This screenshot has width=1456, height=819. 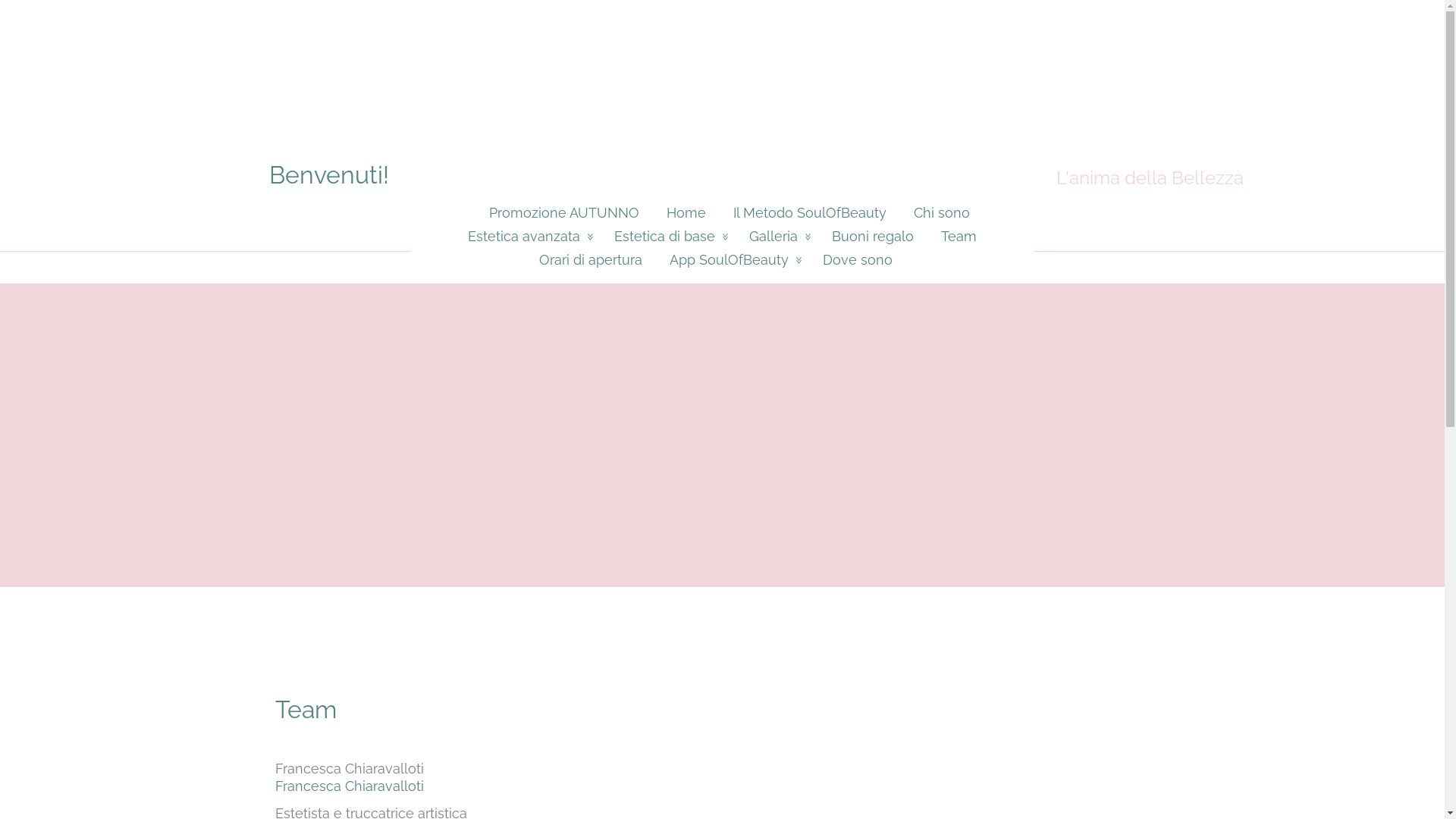 What do you see at coordinates (556, 212) in the screenshot?
I see `'Promozione AUTUNNO'` at bounding box center [556, 212].